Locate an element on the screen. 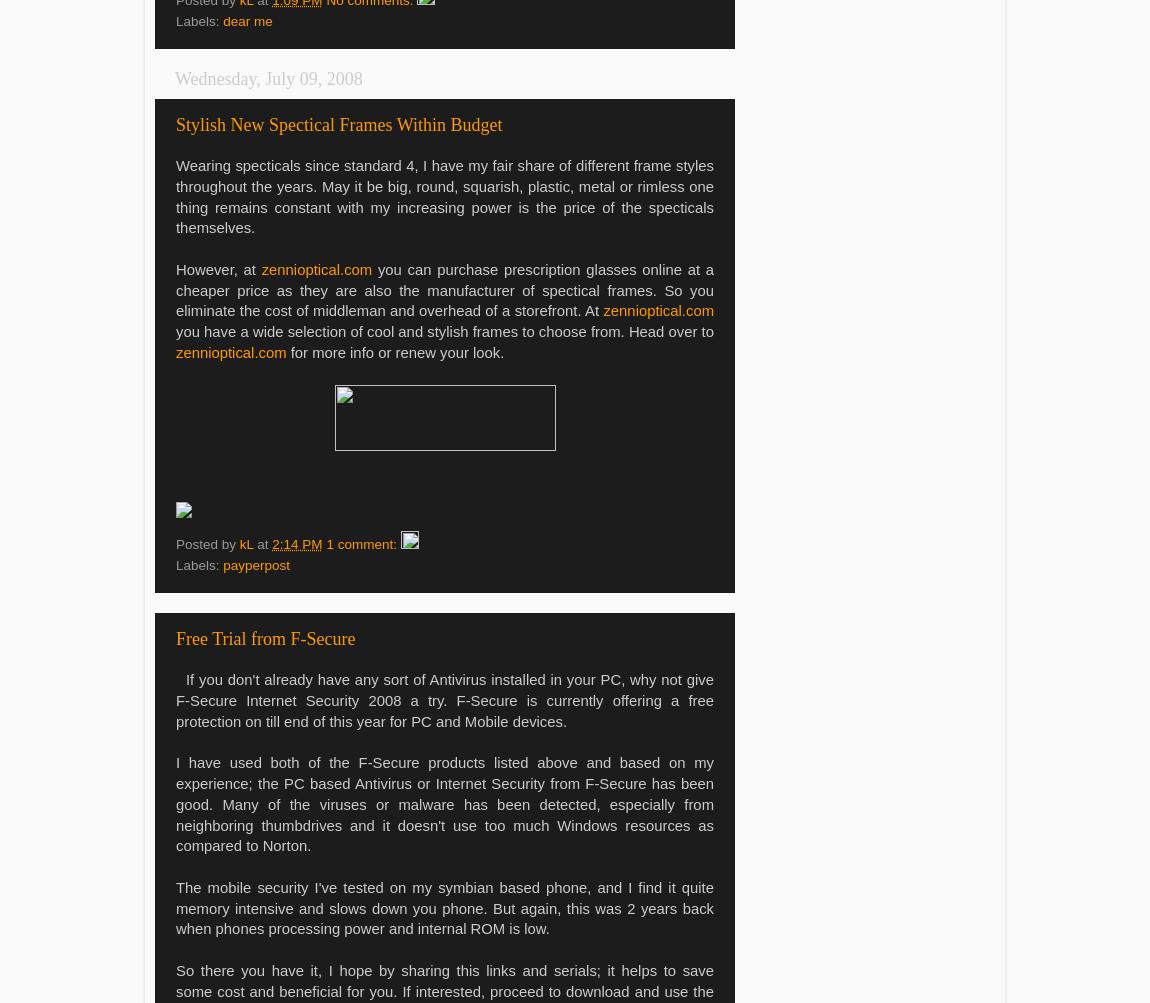 Image resolution: width=1150 pixels, height=1003 pixels. 'Posted by' is located at coordinates (206, 542).